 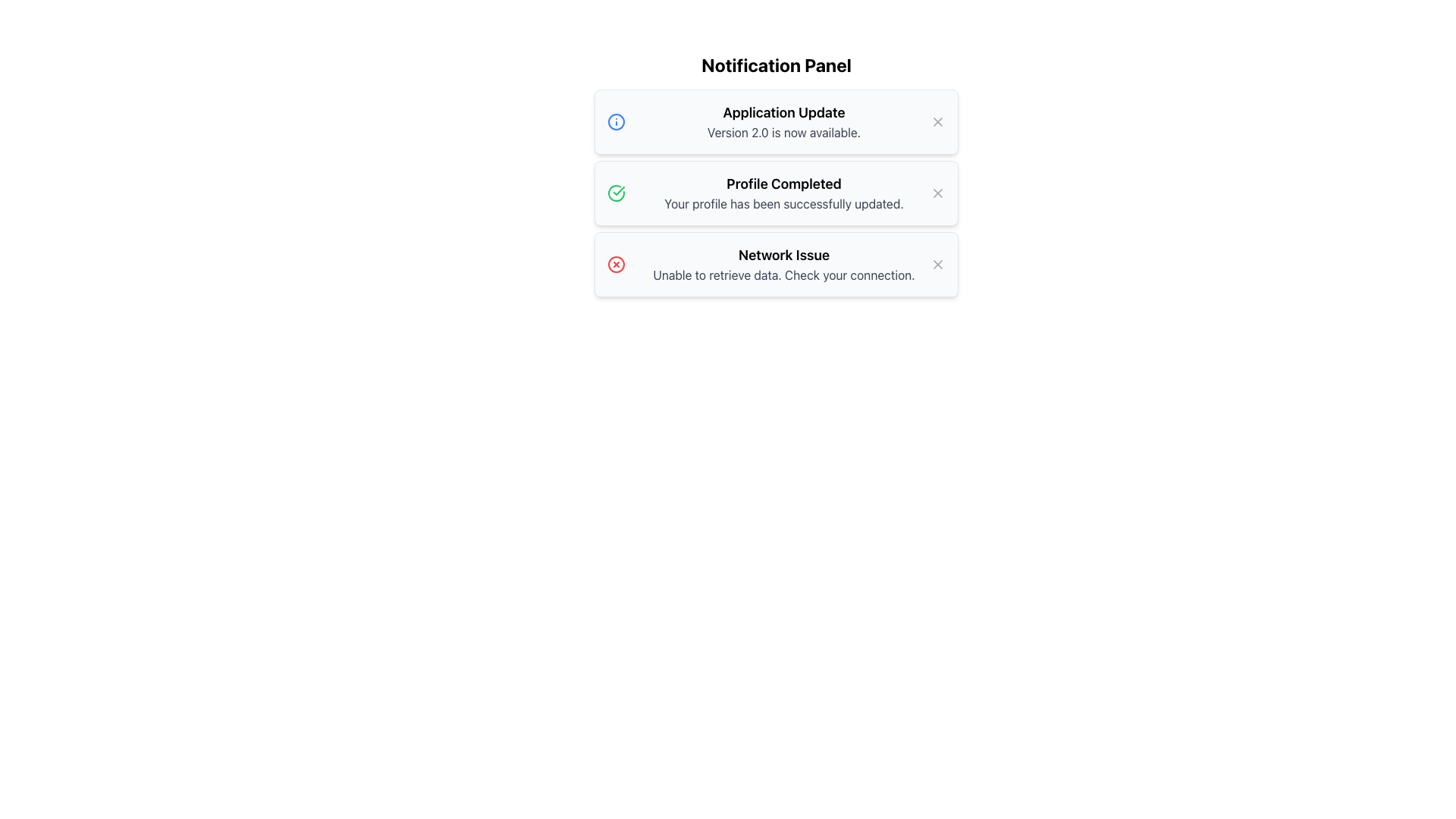 What do you see at coordinates (616, 192) in the screenshot?
I see `the green circular icon with a checkmark, which indicates completion, located on the left side of the 'Profile Completed' notification in the second row of the notification panel` at bounding box center [616, 192].